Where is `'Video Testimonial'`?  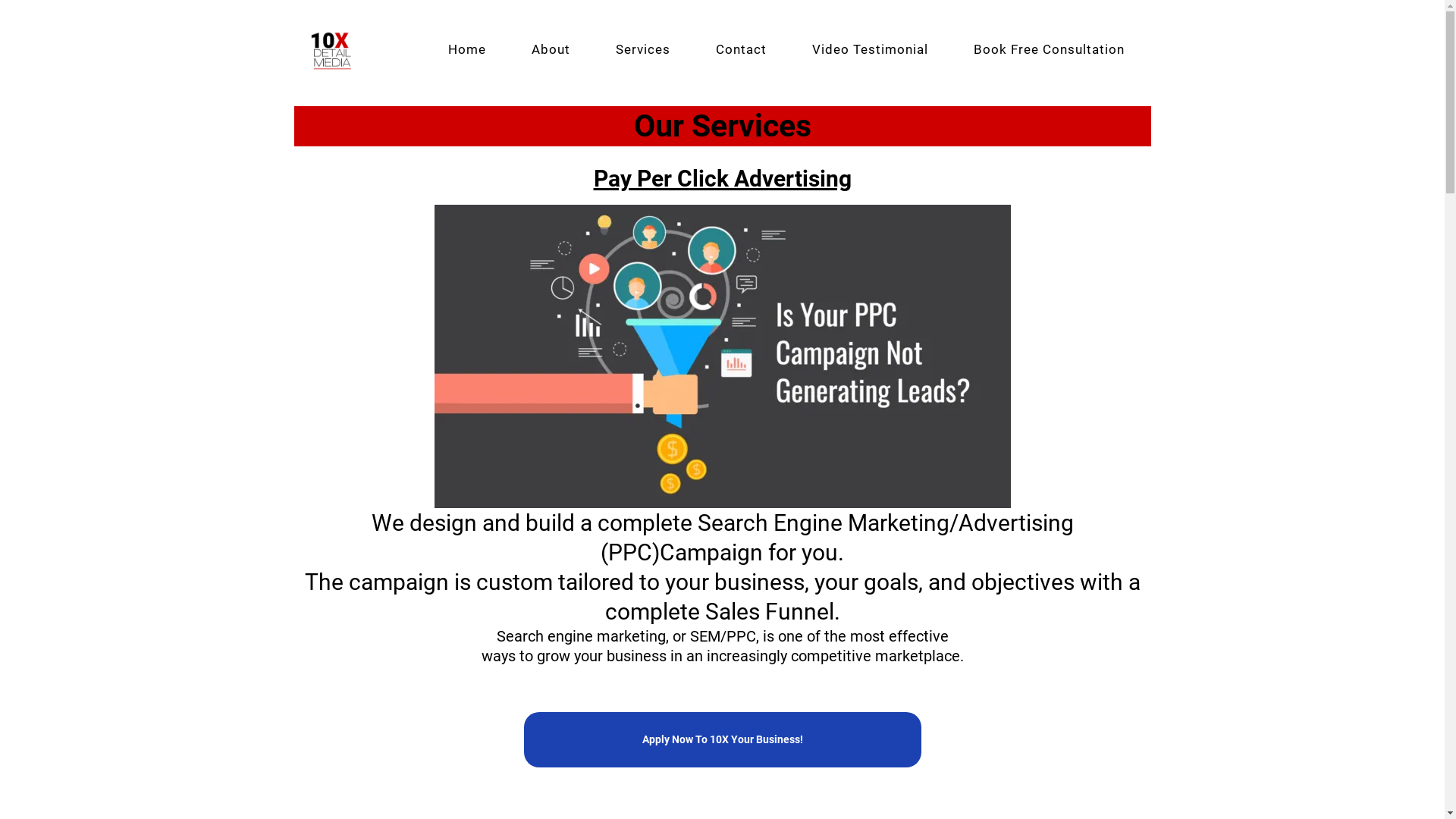
'Video Testimonial' is located at coordinates (789, 49).